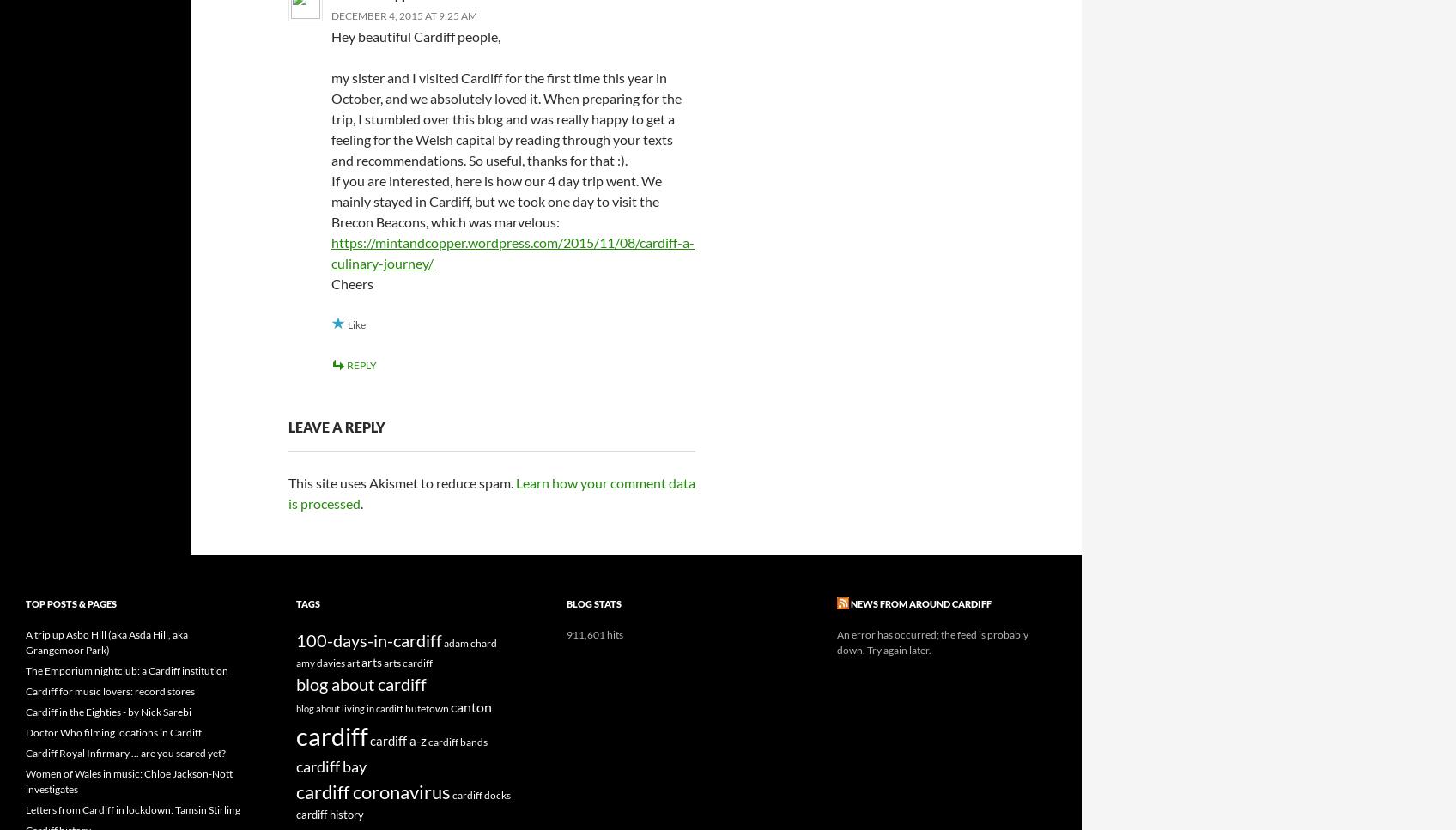 The width and height of the screenshot is (1456, 830). I want to click on 'butetown', so click(426, 708).